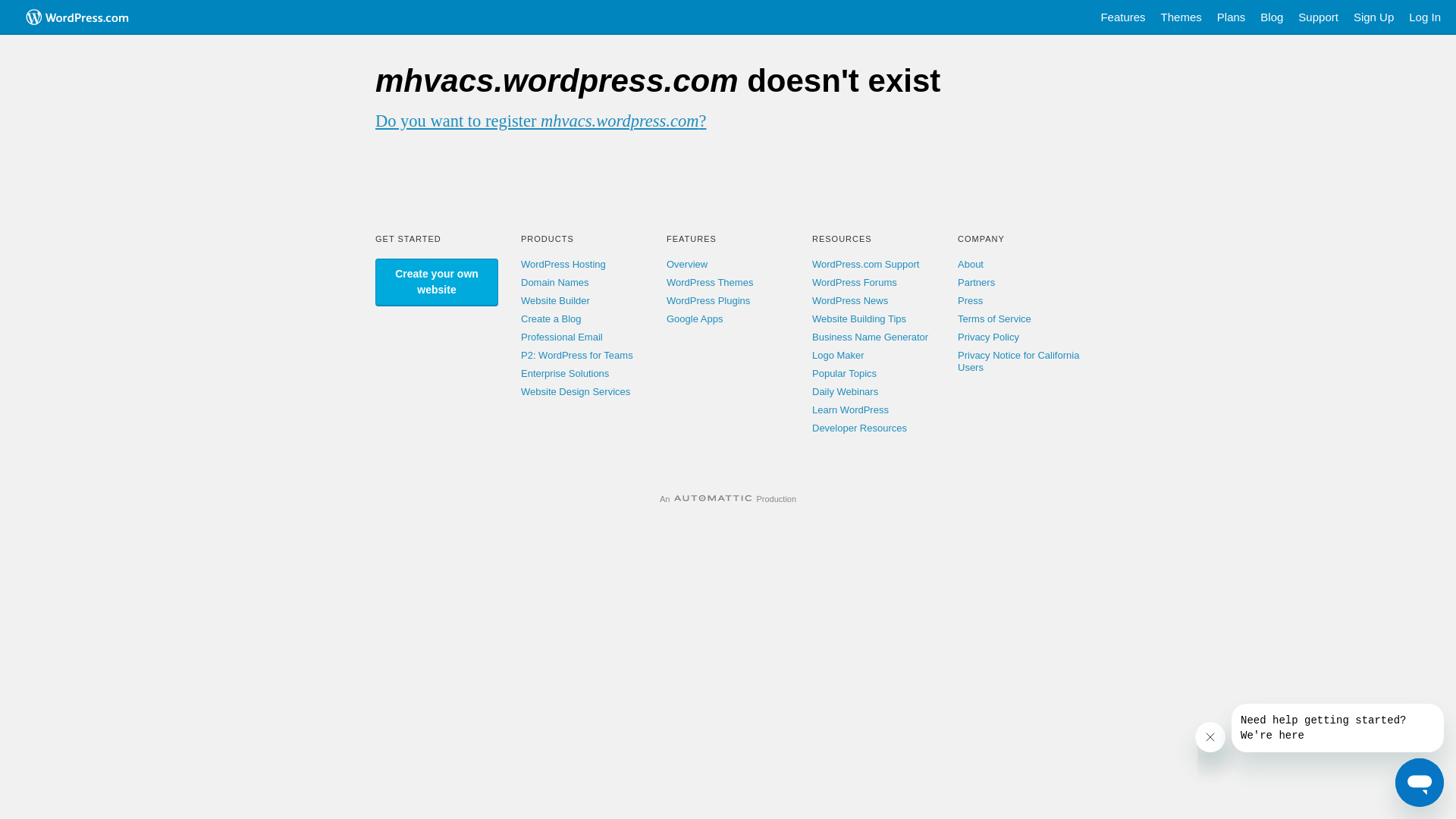  Describe the element at coordinates (870, 336) in the screenshot. I see `'Business Name Generator'` at that location.